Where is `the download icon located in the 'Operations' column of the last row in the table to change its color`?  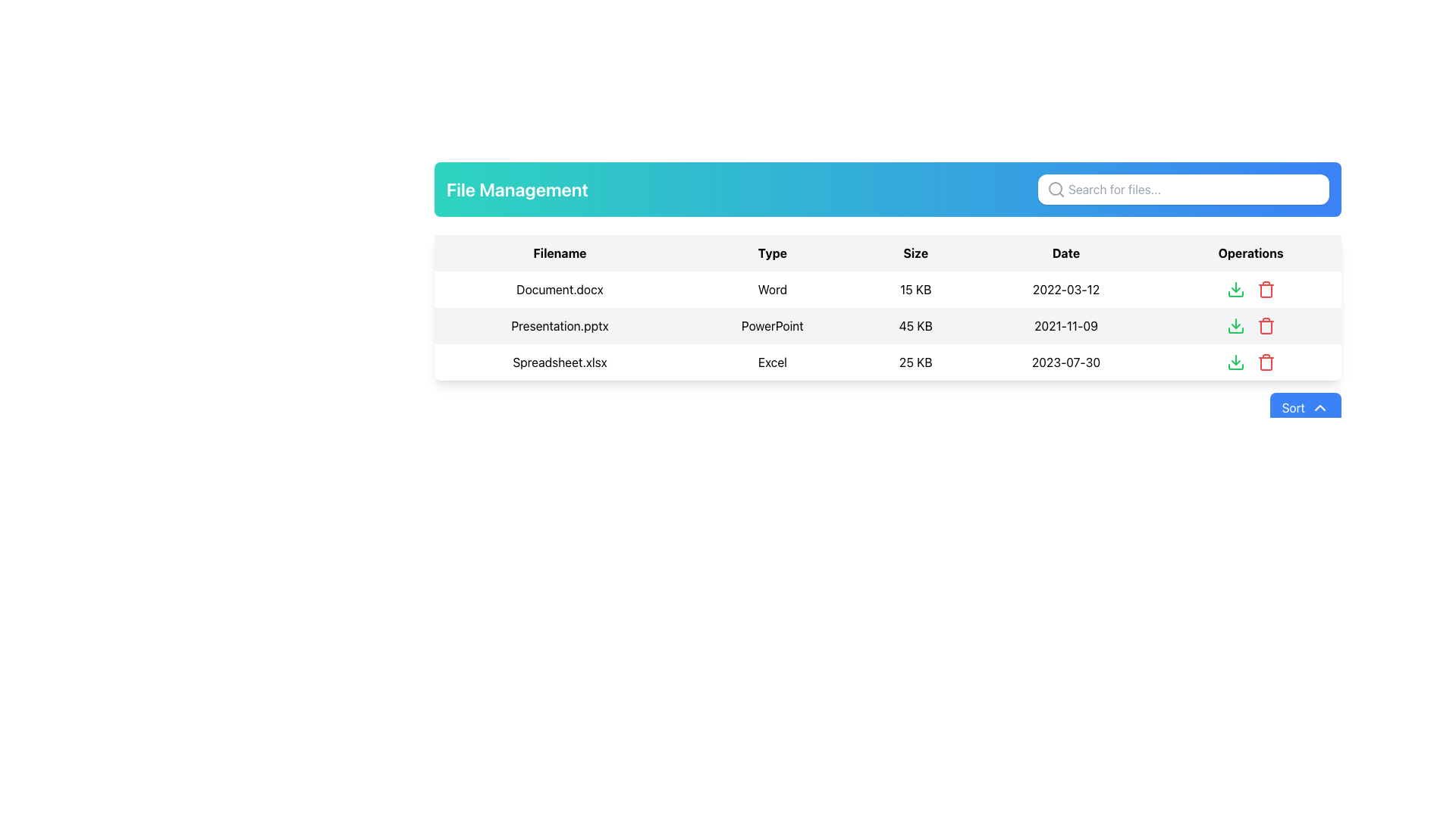 the download icon located in the 'Operations' column of the last row in the table to change its color is located at coordinates (1235, 362).